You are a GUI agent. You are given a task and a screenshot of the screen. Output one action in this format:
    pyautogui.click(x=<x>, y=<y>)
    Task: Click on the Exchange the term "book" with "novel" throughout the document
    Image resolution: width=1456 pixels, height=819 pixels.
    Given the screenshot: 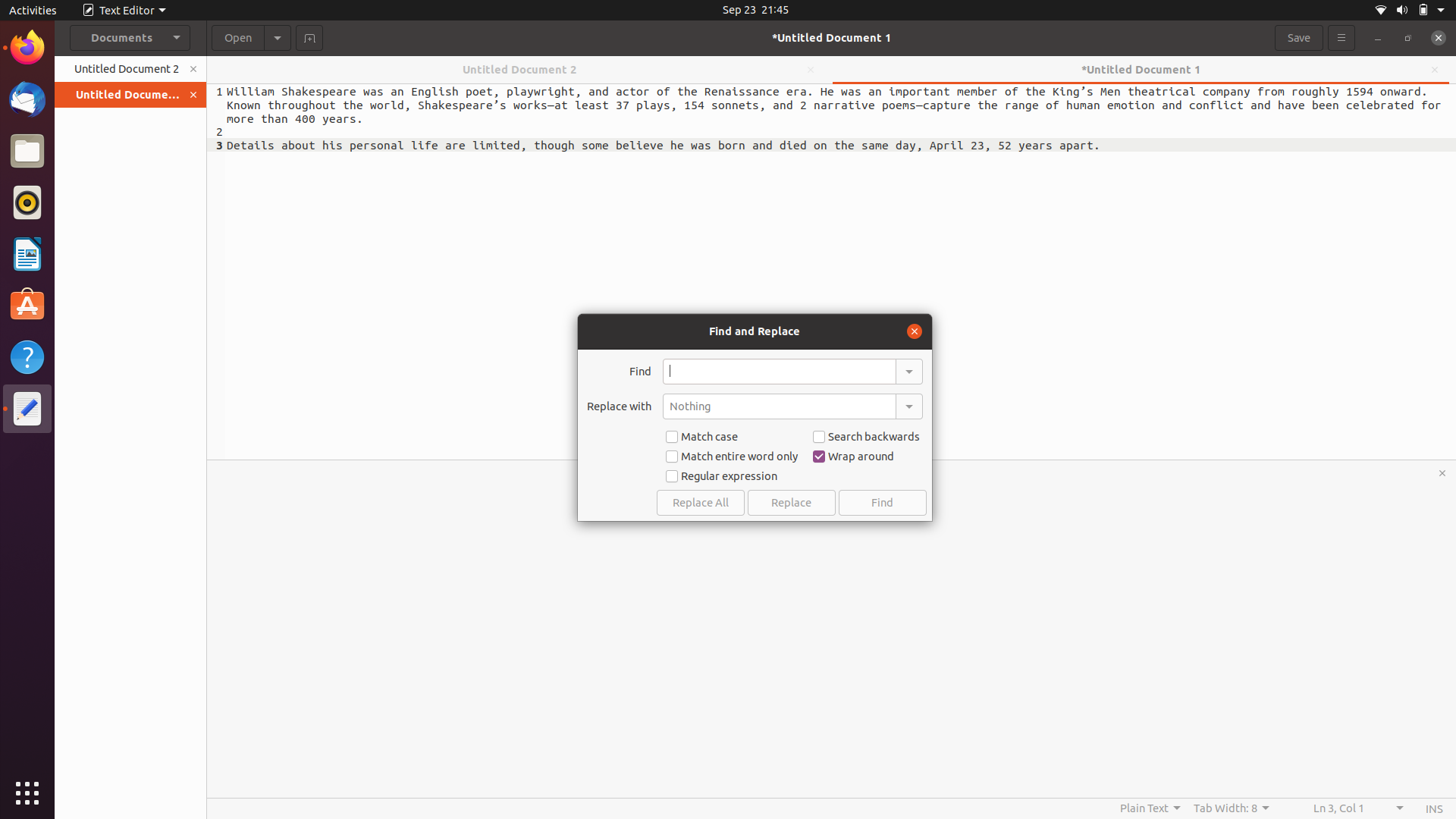 What is the action you would take?
    pyautogui.click(x=779, y=371)
    